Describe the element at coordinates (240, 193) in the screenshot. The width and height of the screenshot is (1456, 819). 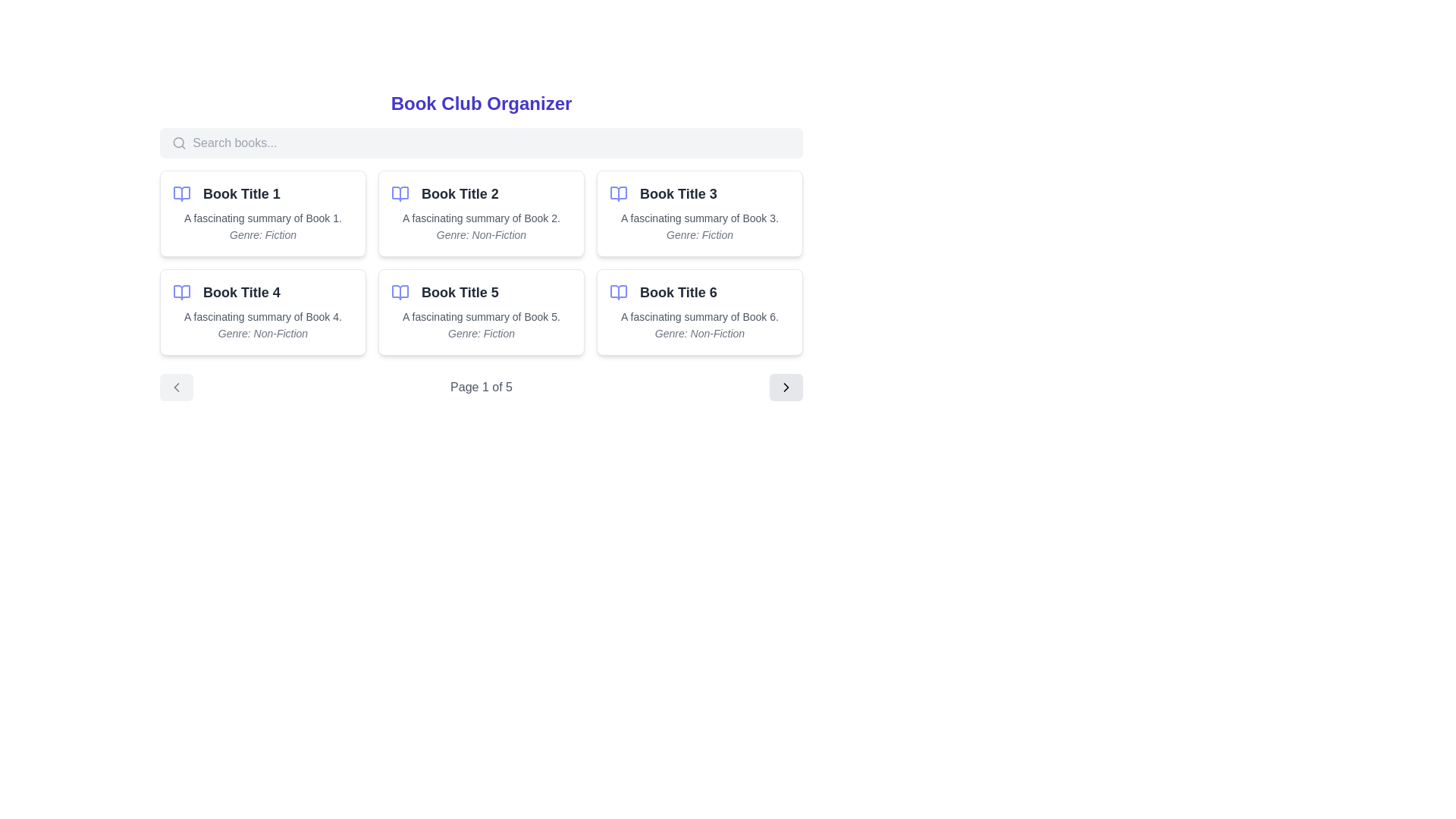
I see `the text element displaying 'Book Title 1' for additional information about the book` at that location.